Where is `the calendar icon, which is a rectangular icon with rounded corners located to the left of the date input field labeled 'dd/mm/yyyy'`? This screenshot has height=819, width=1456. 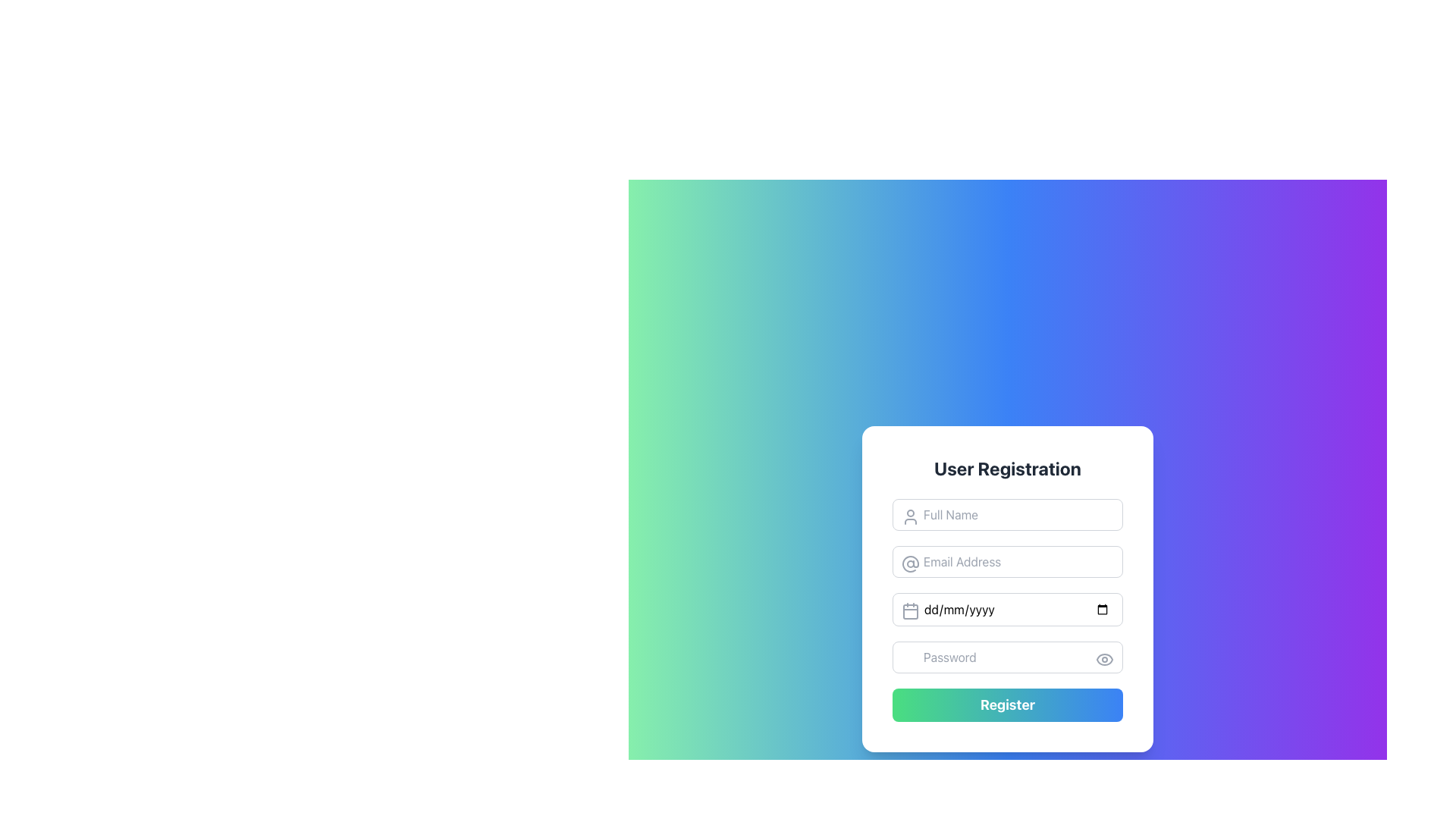 the calendar icon, which is a rectangular icon with rounded corners located to the left of the date input field labeled 'dd/mm/yyyy' is located at coordinates (910, 610).